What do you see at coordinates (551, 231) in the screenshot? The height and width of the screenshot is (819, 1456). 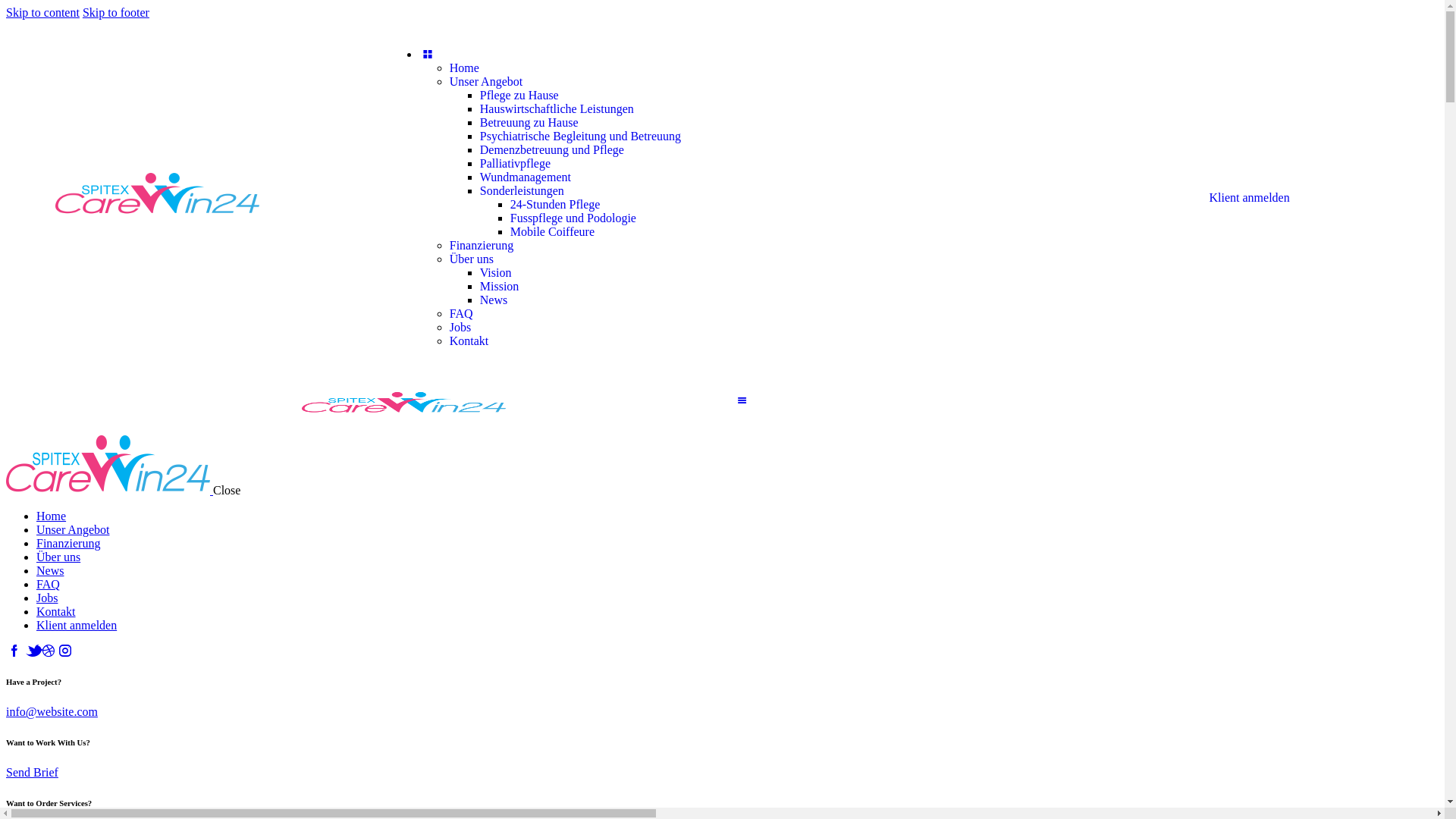 I see `'Mobile Coiffeure'` at bounding box center [551, 231].